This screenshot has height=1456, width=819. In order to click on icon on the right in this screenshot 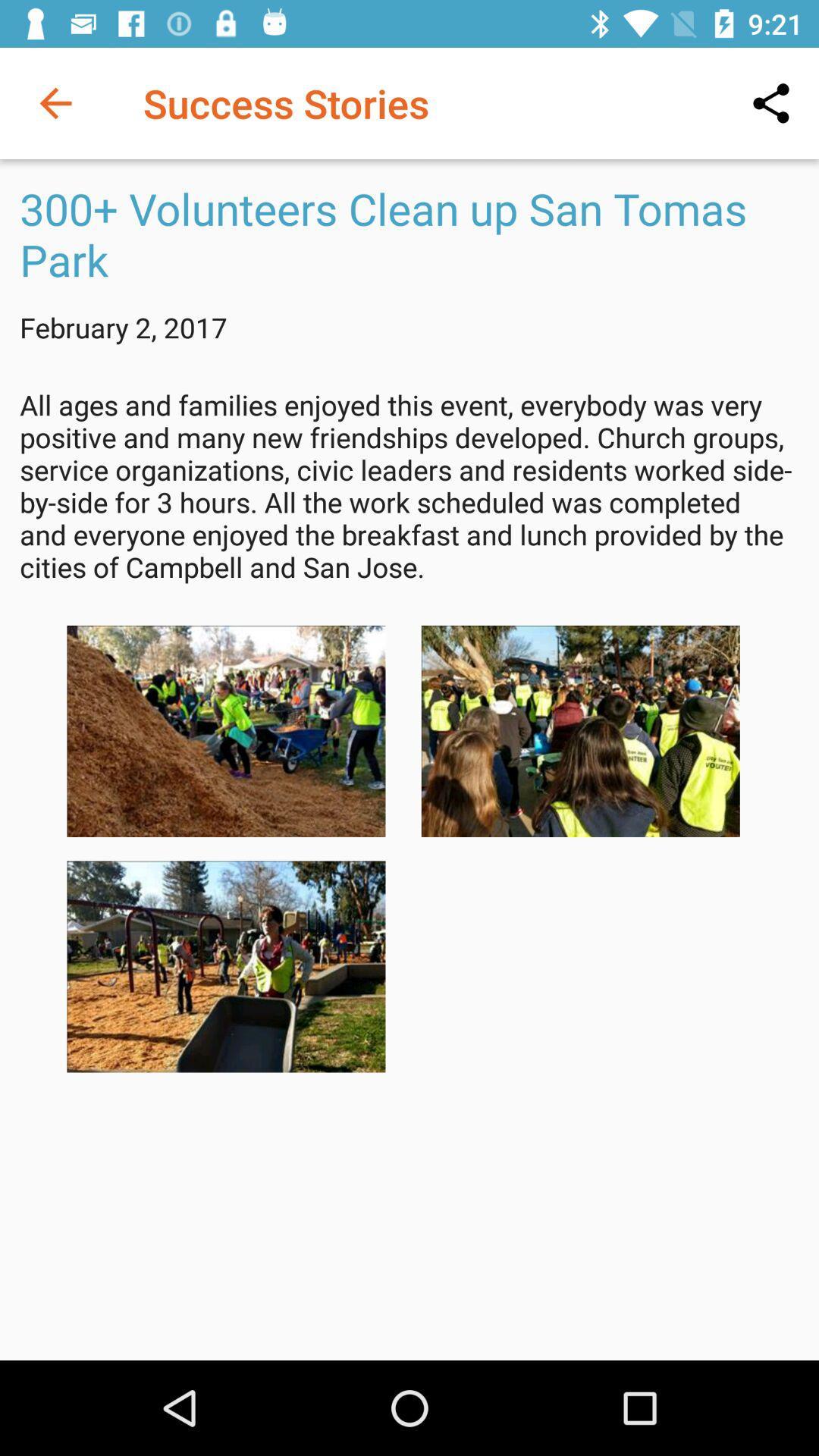, I will do `click(580, 731)`.